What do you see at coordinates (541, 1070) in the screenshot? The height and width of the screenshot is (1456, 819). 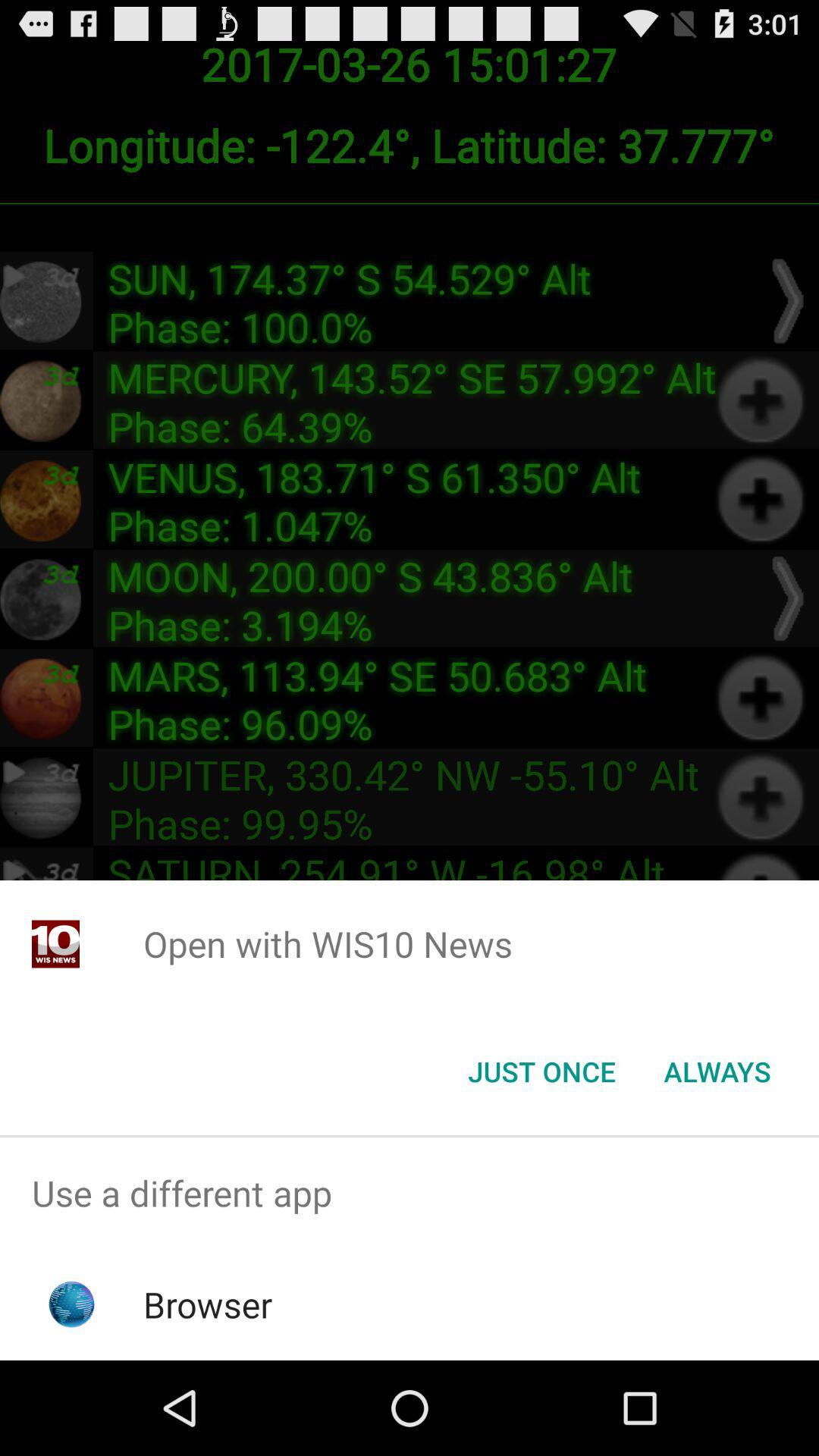 I see `the just once` at bounding box center [541, 1070].